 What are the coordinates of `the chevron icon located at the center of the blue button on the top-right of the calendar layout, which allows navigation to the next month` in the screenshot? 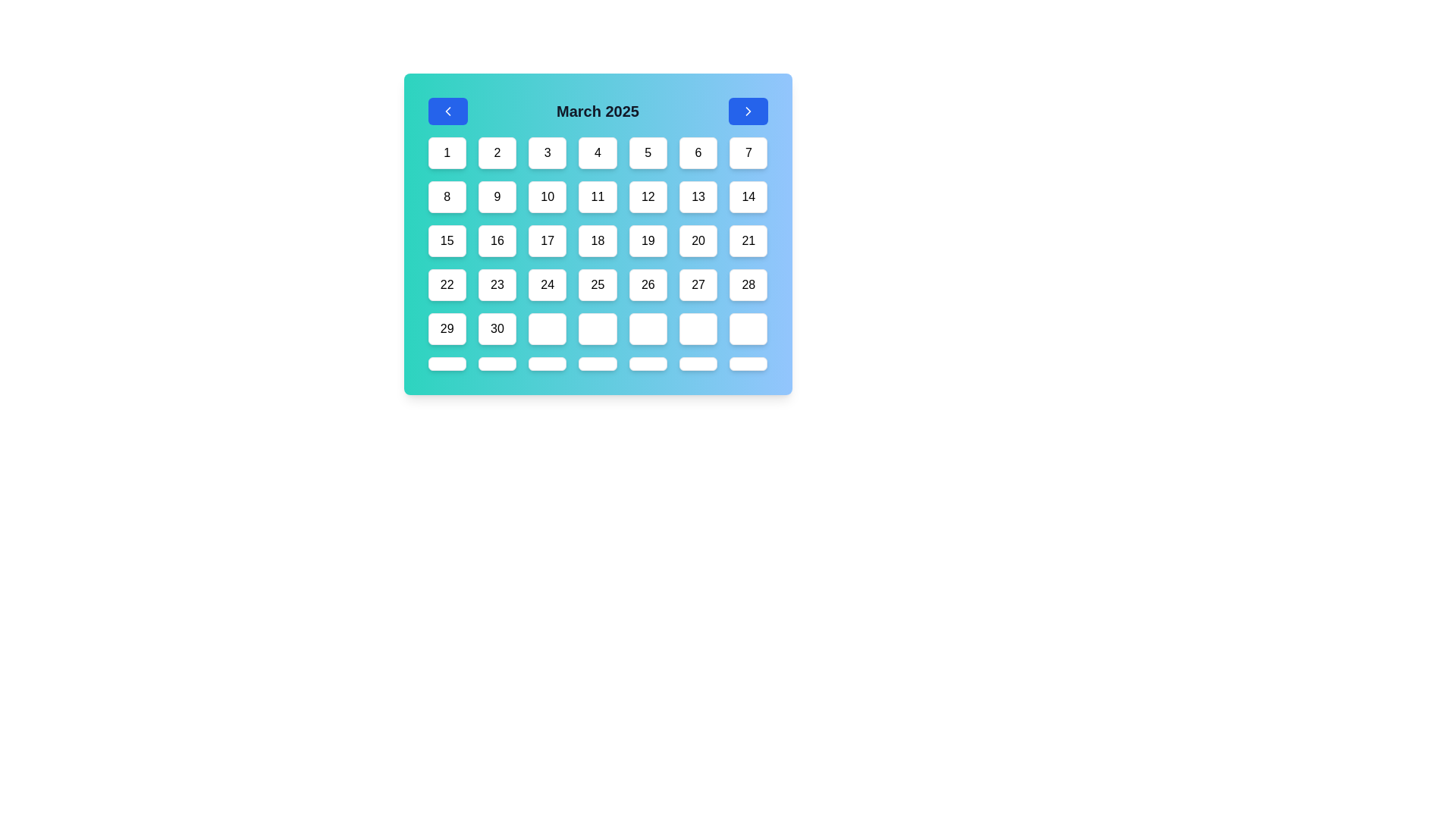 It's located at (748, 110).